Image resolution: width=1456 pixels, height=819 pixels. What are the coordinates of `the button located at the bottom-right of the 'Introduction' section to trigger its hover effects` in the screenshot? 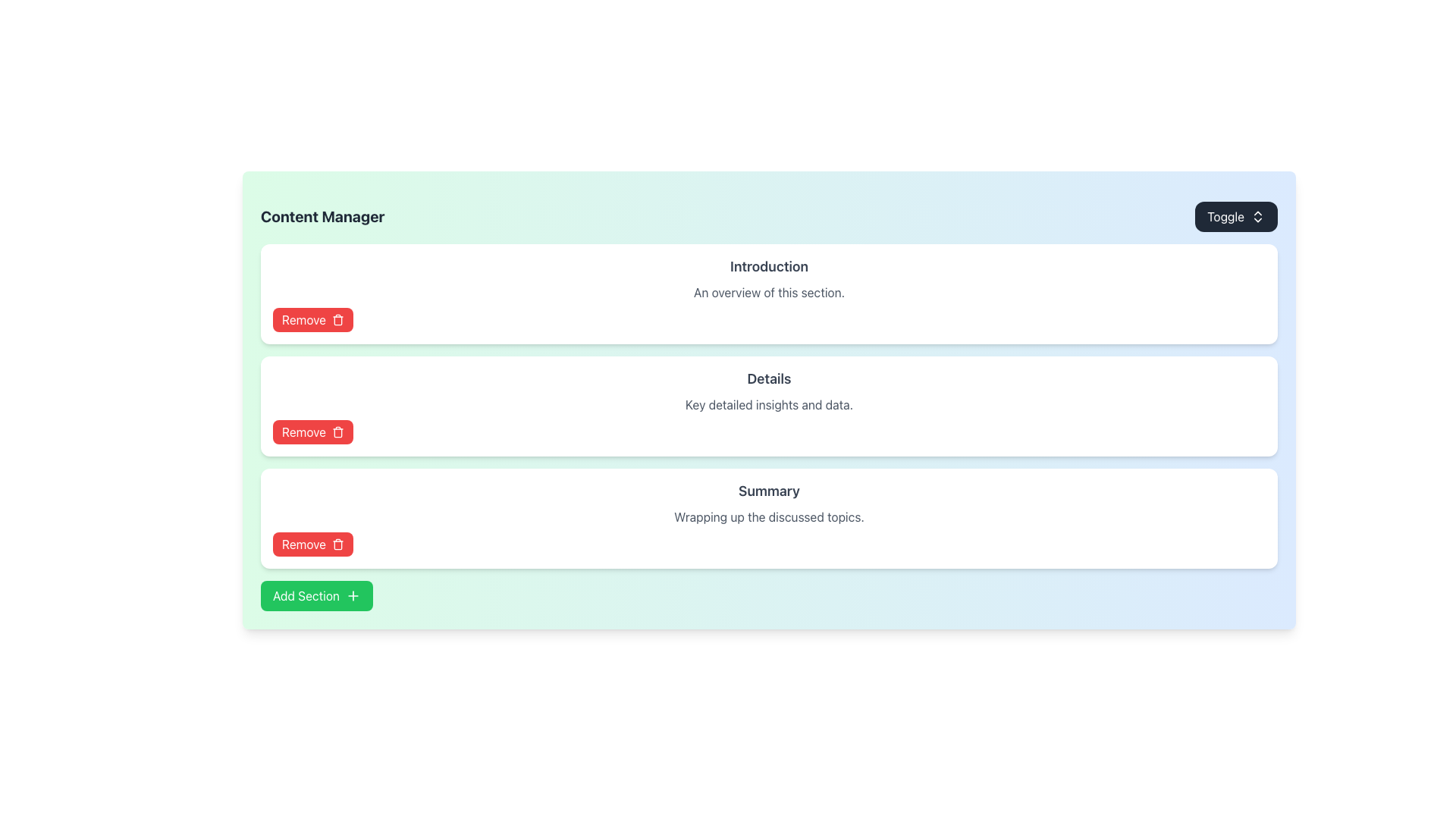 It's located at (312, 318).